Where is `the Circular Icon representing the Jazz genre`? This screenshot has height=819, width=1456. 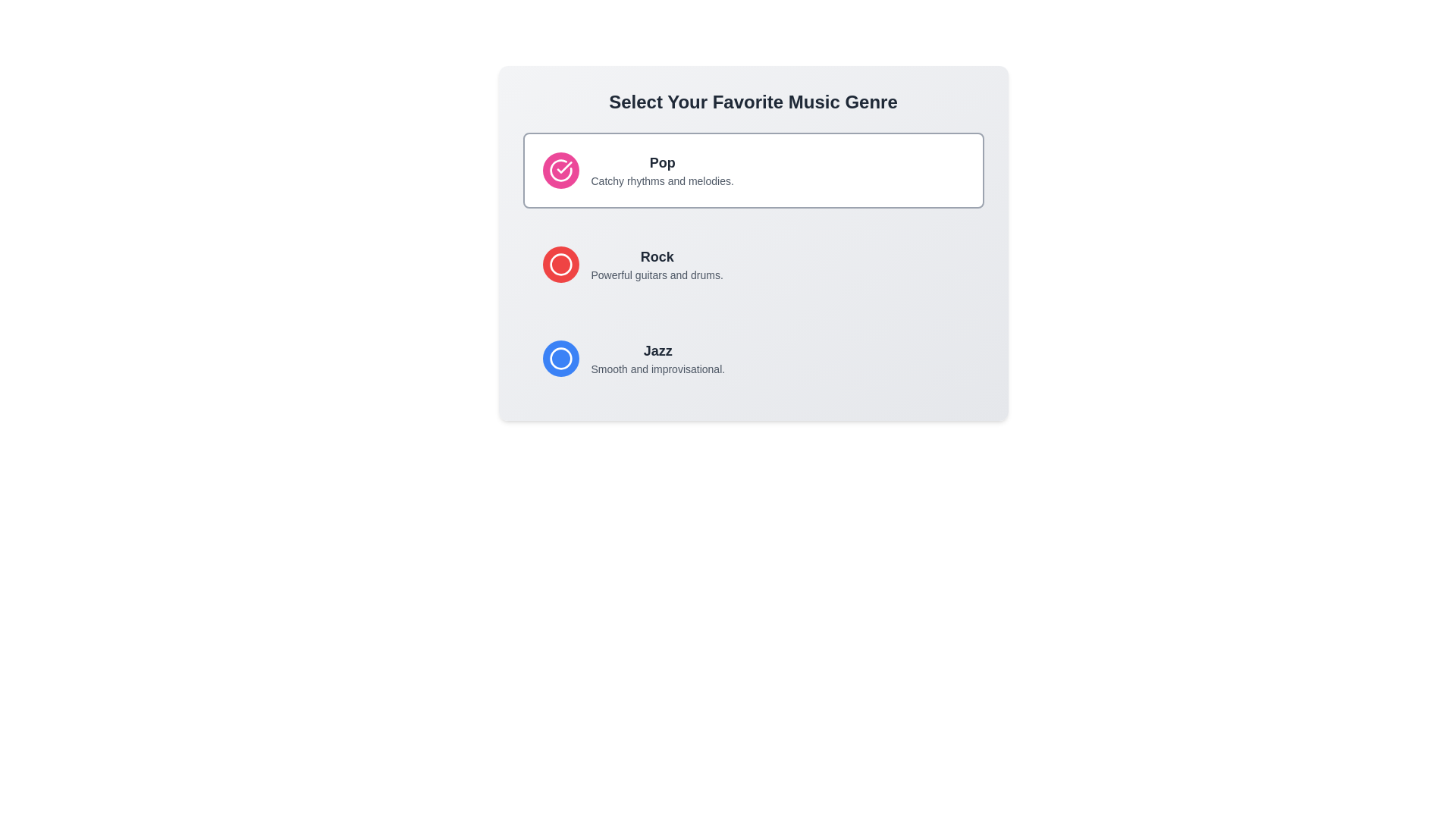 the Circular Icon representing the Jazz genre is located at coordinates (560, 359).